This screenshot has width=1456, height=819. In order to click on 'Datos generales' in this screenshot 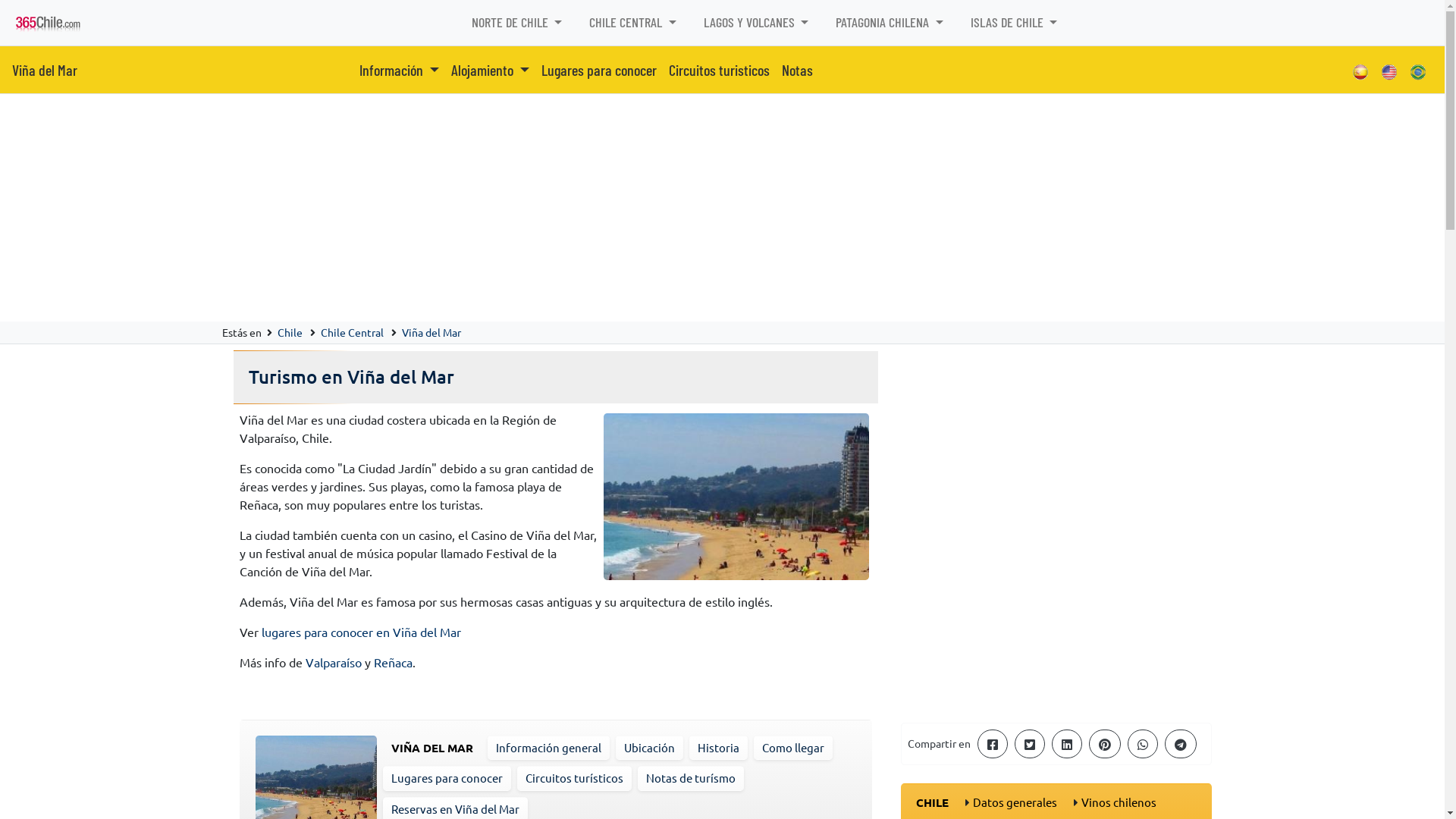, I will do `click(1014, 801)`.